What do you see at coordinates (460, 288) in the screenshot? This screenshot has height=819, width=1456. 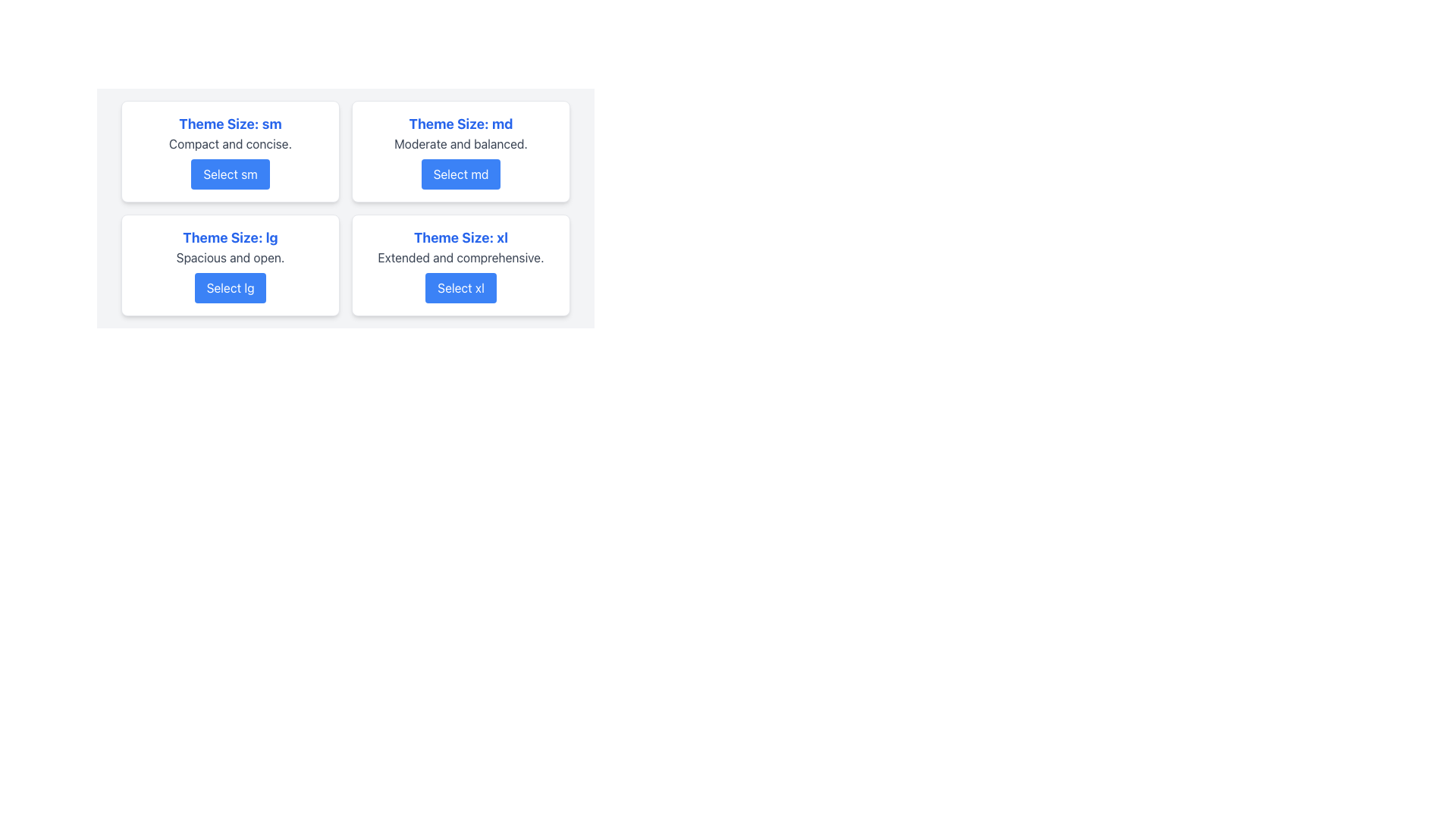 I see `the 'xl' theme size button located in the bottom-right quadrant of the grid layout` at bounding box center [460, 288].